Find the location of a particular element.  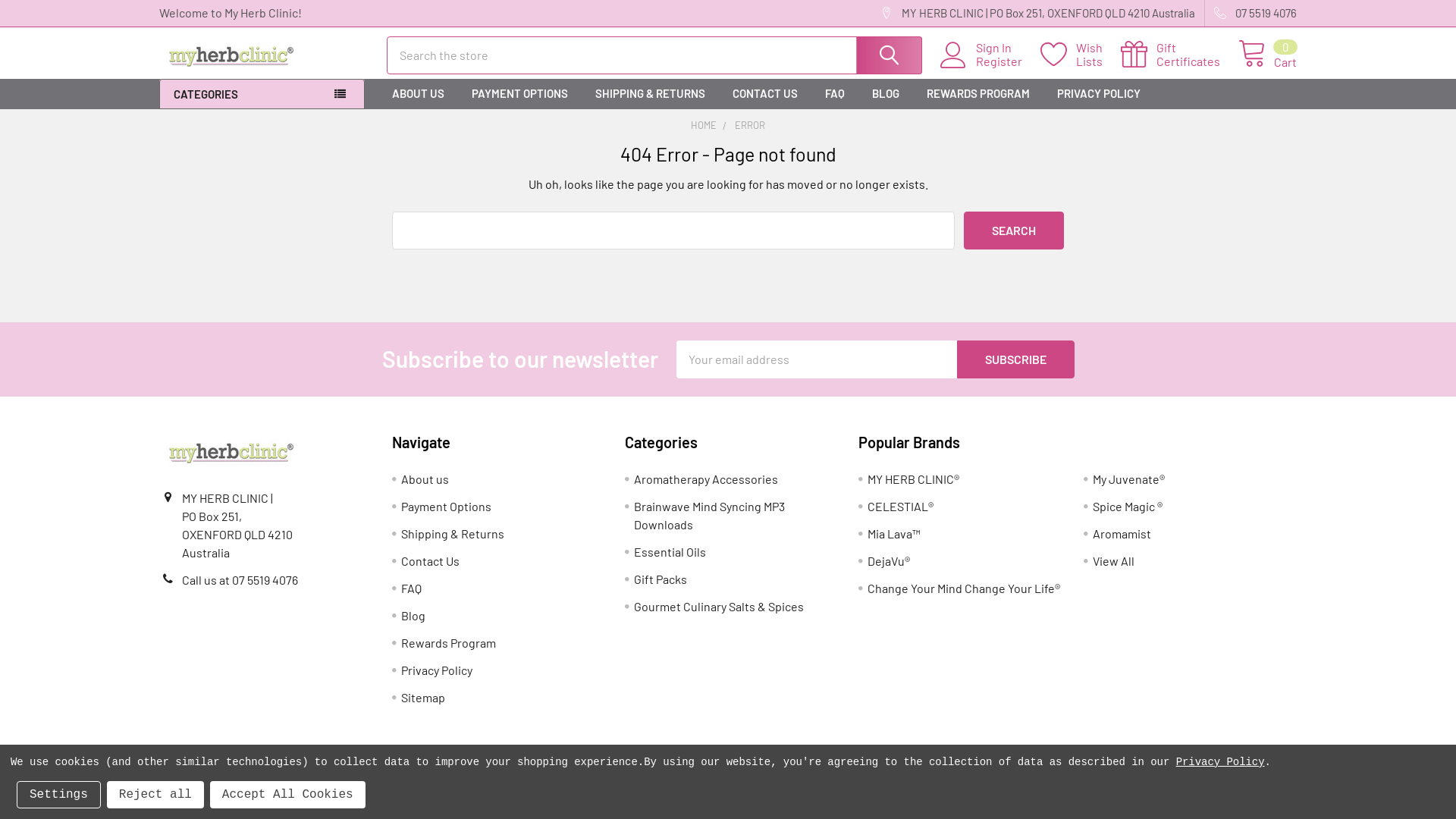

'Rewards Program' is located at coordinates (400, 642).